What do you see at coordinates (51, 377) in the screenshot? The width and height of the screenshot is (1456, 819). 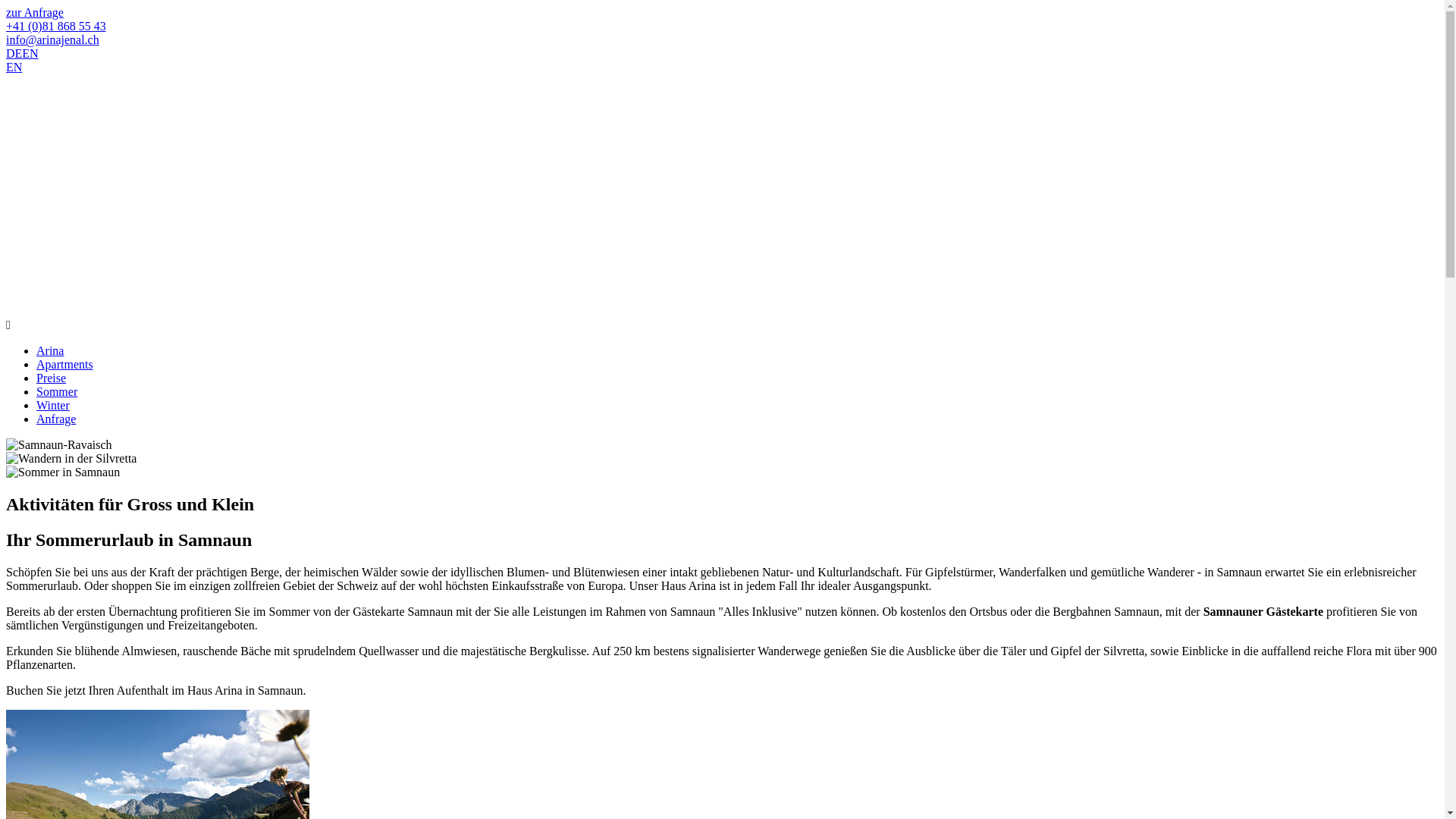 I see `'Preise'` at bounding box center [51, 377].